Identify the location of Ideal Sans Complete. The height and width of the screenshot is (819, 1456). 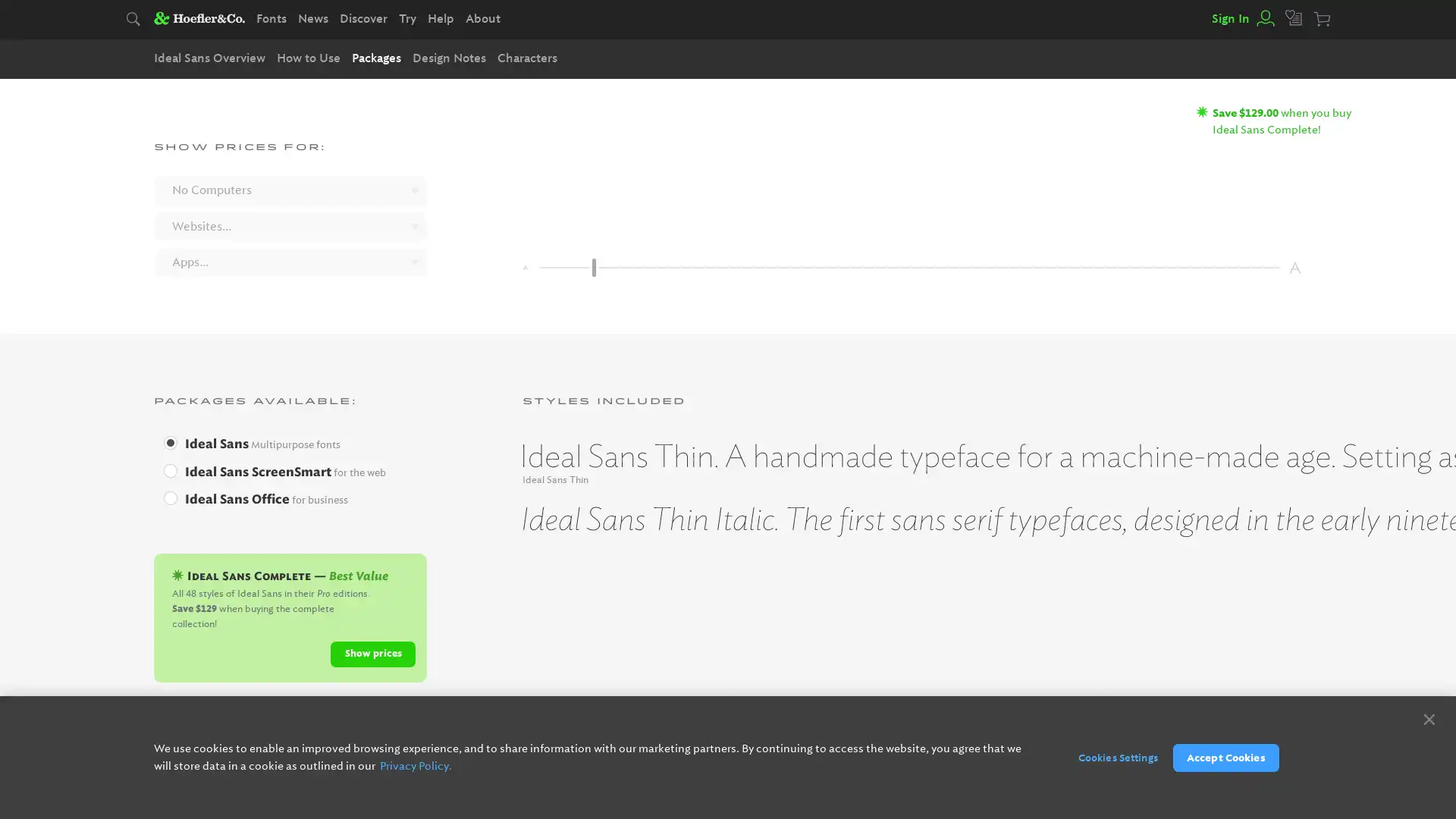
(177, 575).